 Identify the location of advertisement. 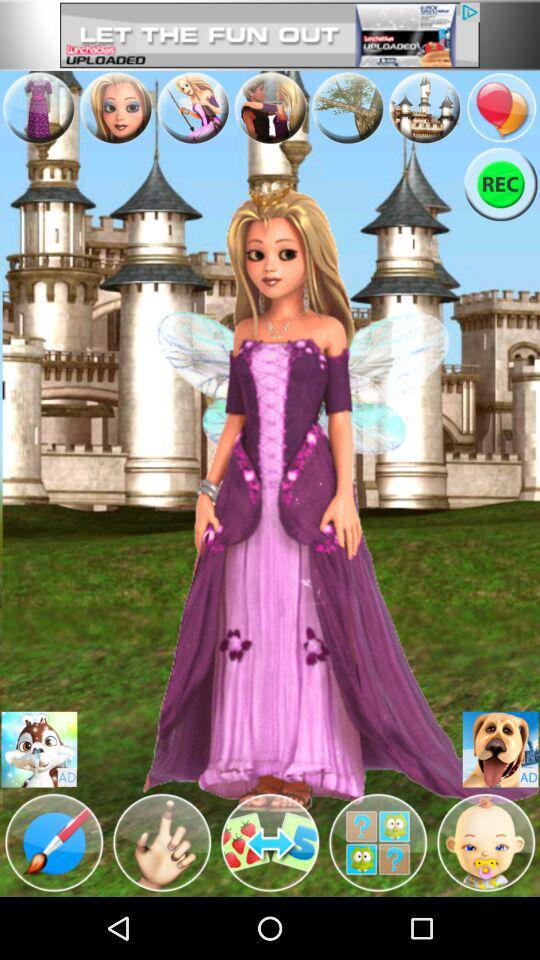
(270, 34).